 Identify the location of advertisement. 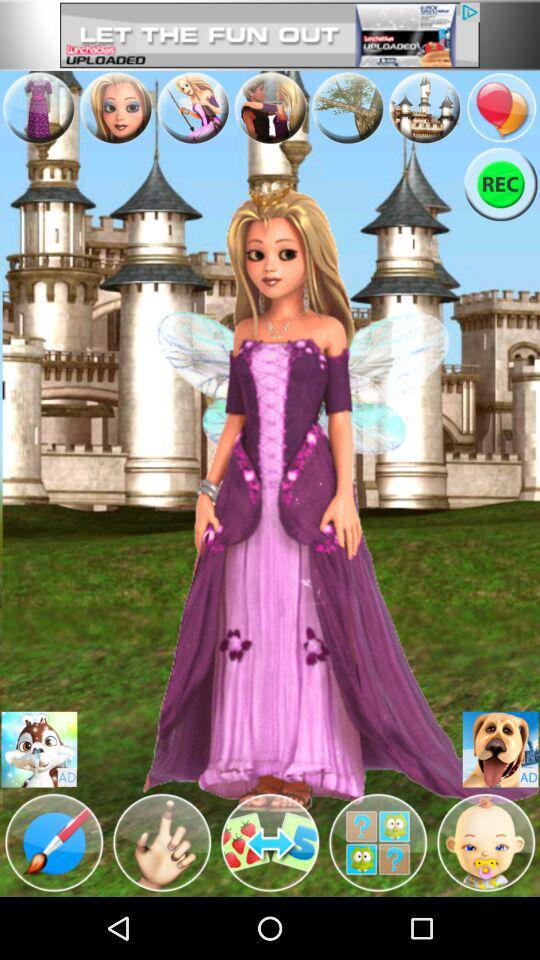
(270, 34).